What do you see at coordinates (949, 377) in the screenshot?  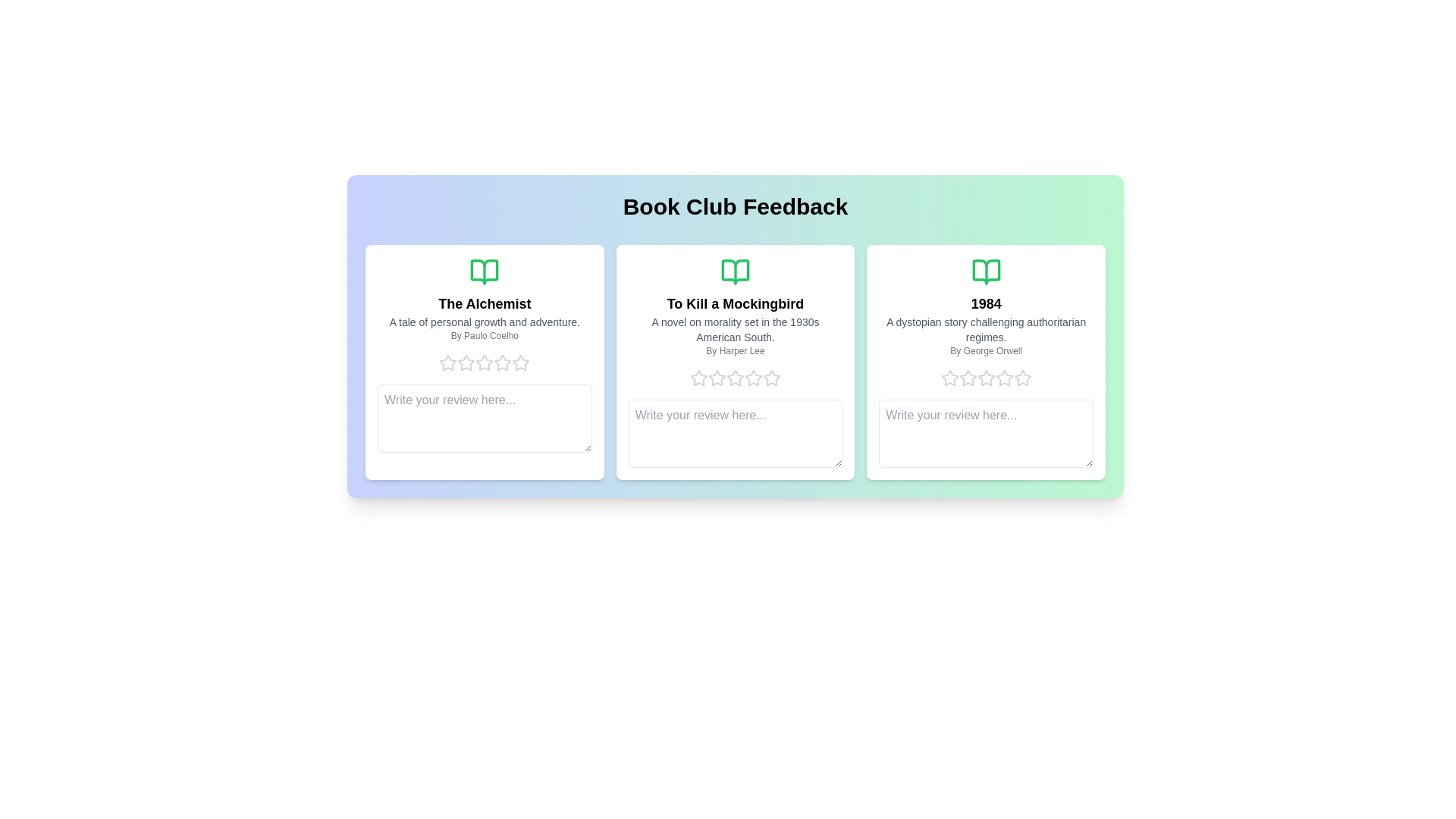 I see `the first star in the Interactive Rating Icon series` at bounding box center [949, 377].